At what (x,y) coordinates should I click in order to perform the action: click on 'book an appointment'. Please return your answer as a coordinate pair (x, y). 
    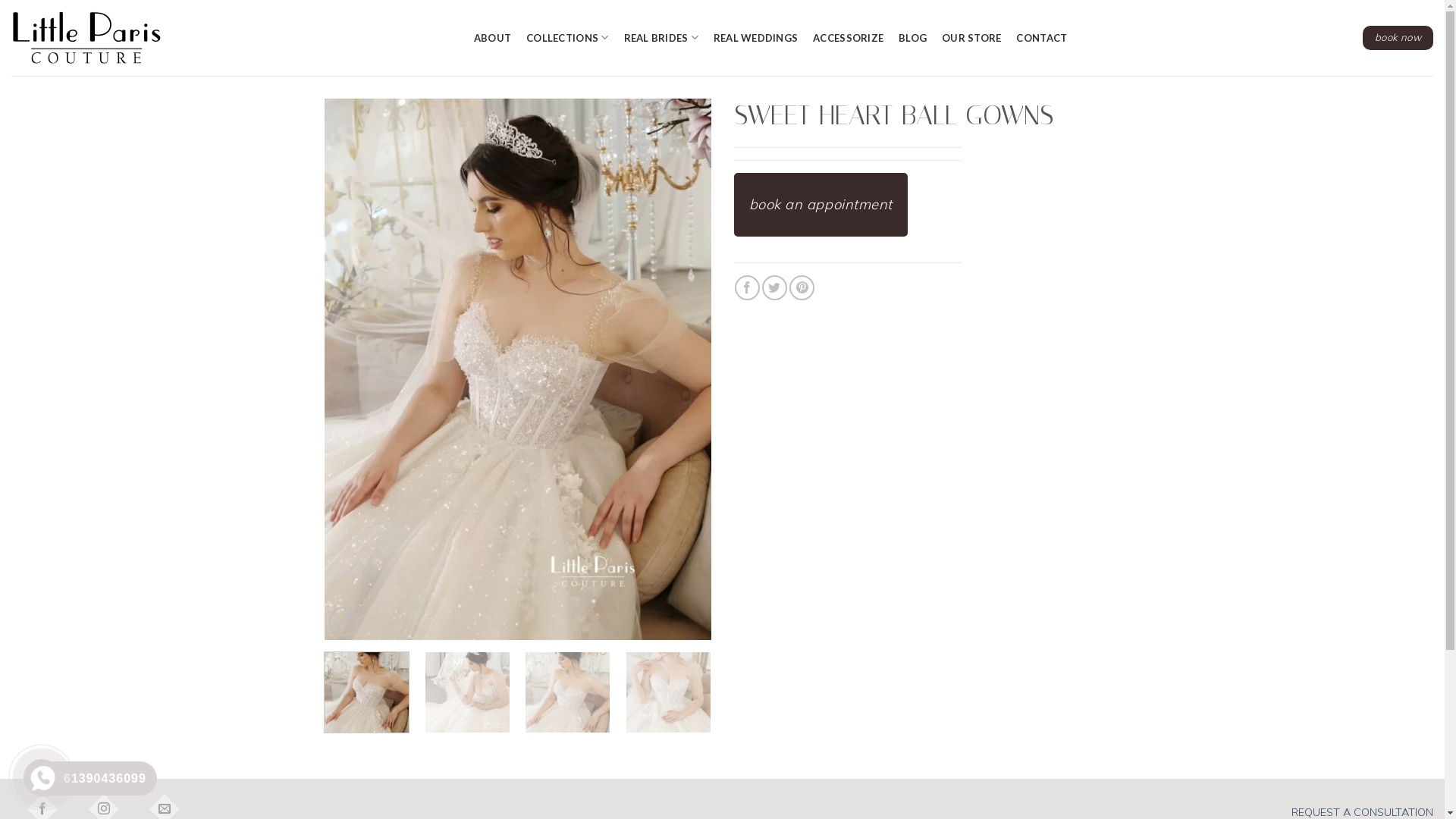
    Looking at the image, I should click on (821, 205).